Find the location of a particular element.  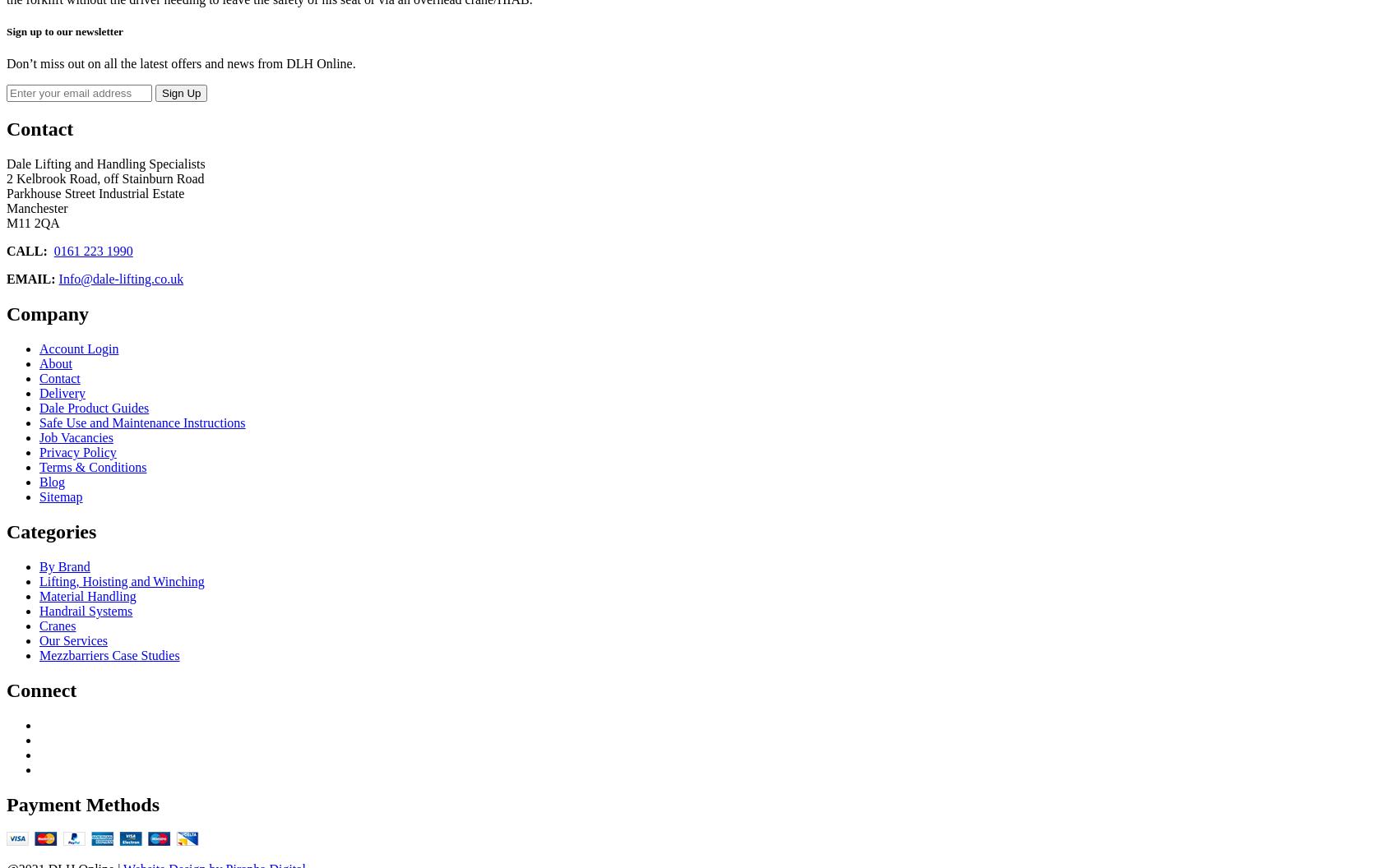

'M11 2QA' is located at coordinates (32, 223).